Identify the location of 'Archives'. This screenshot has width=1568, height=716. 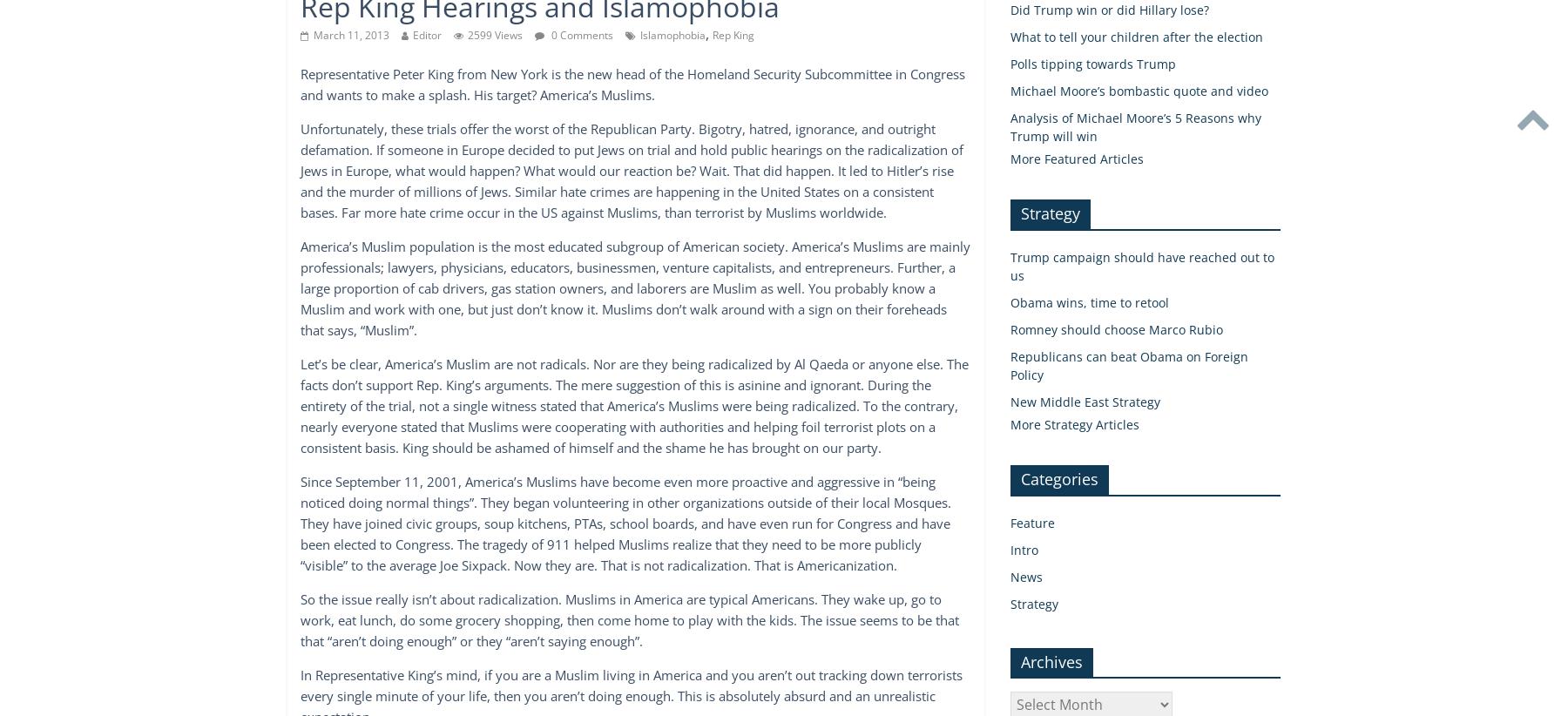
(1051, 660).